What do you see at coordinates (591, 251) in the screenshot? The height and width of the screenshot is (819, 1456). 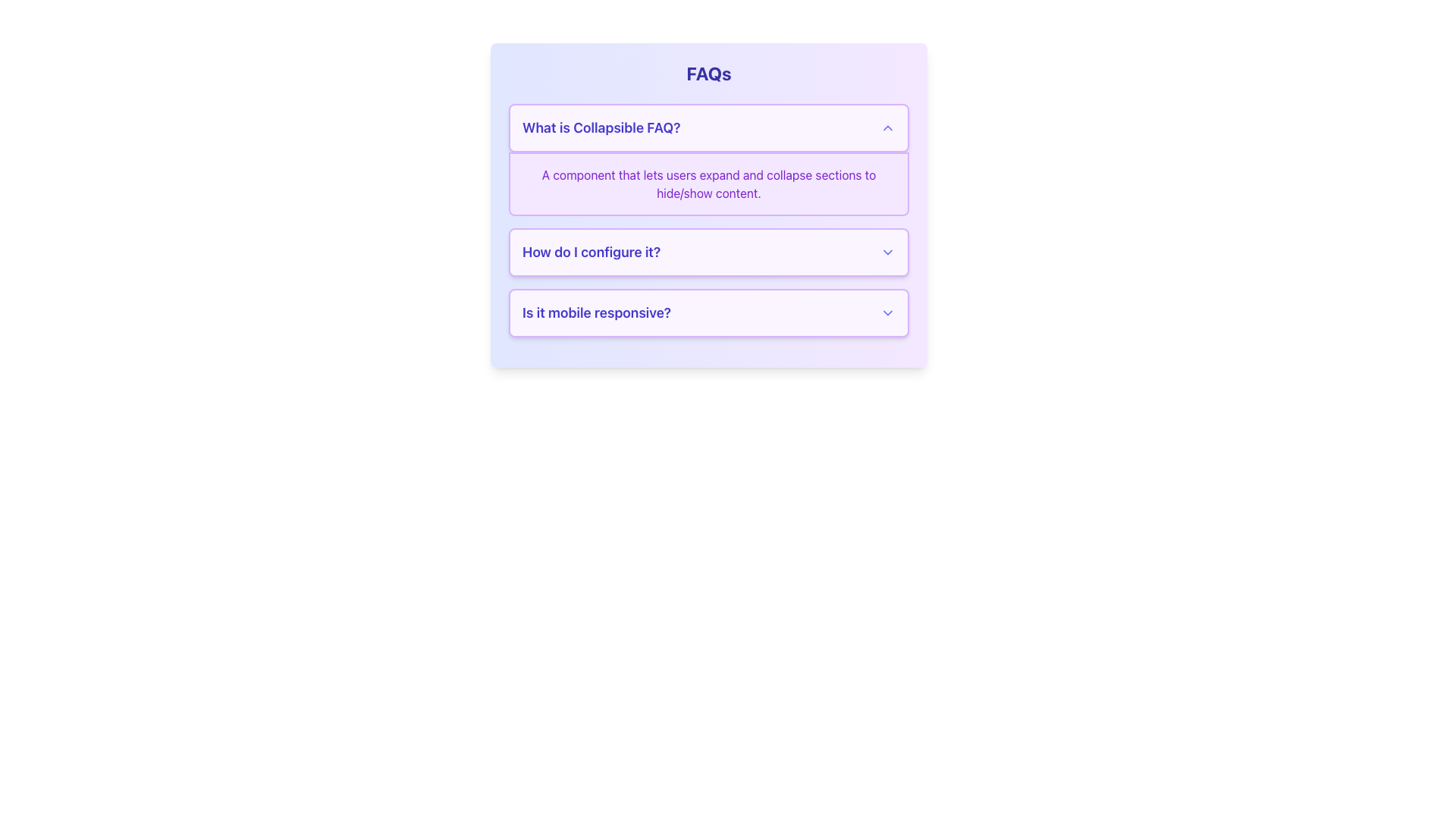 I see `the text label that serves as the visible question prompt for the second collapsible FAQ section` at bounding box center [591, 251].